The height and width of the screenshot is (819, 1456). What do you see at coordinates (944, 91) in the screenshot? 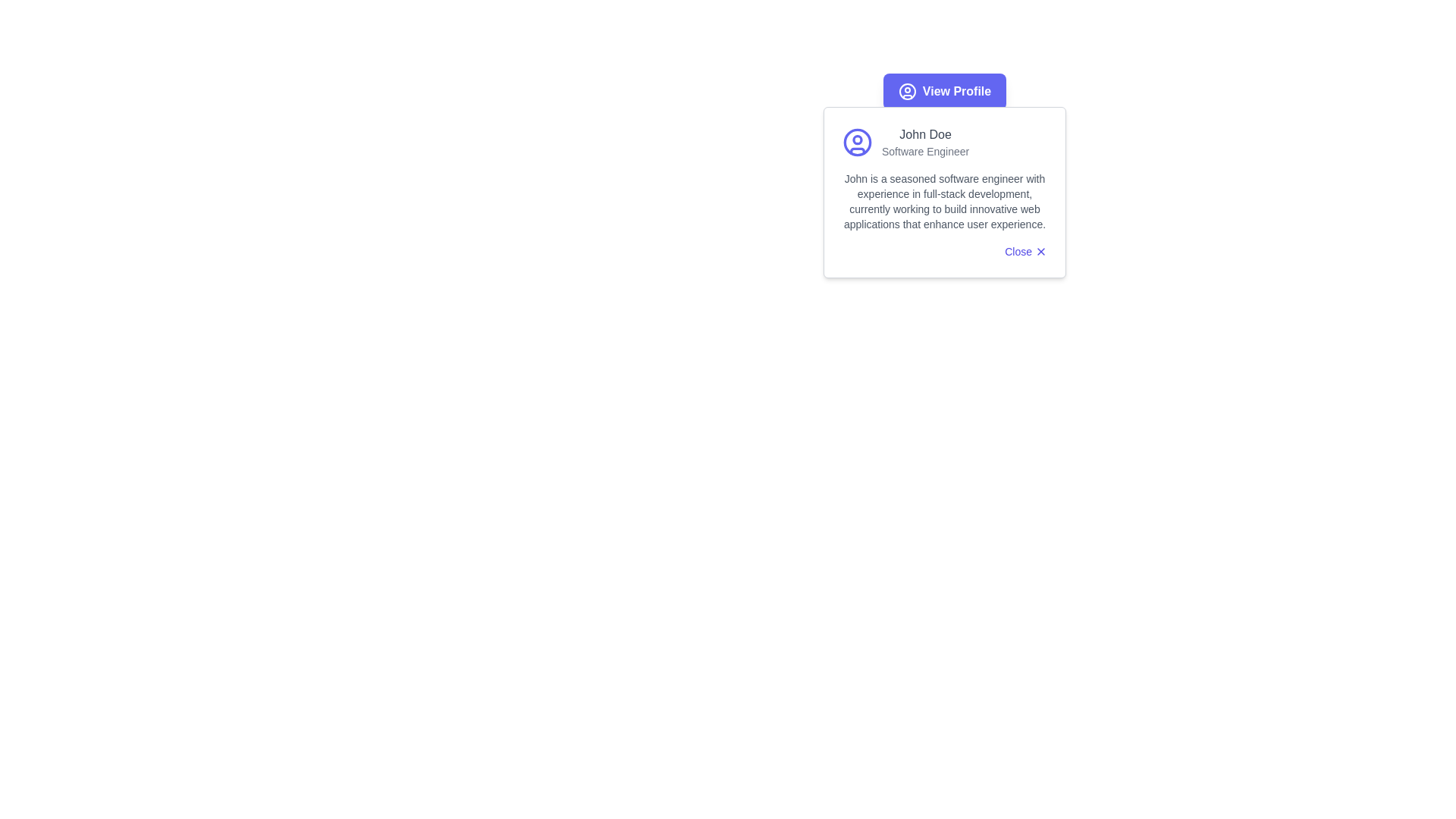
I see `the button at the top of the modal card` at bounding box center [944, 91].